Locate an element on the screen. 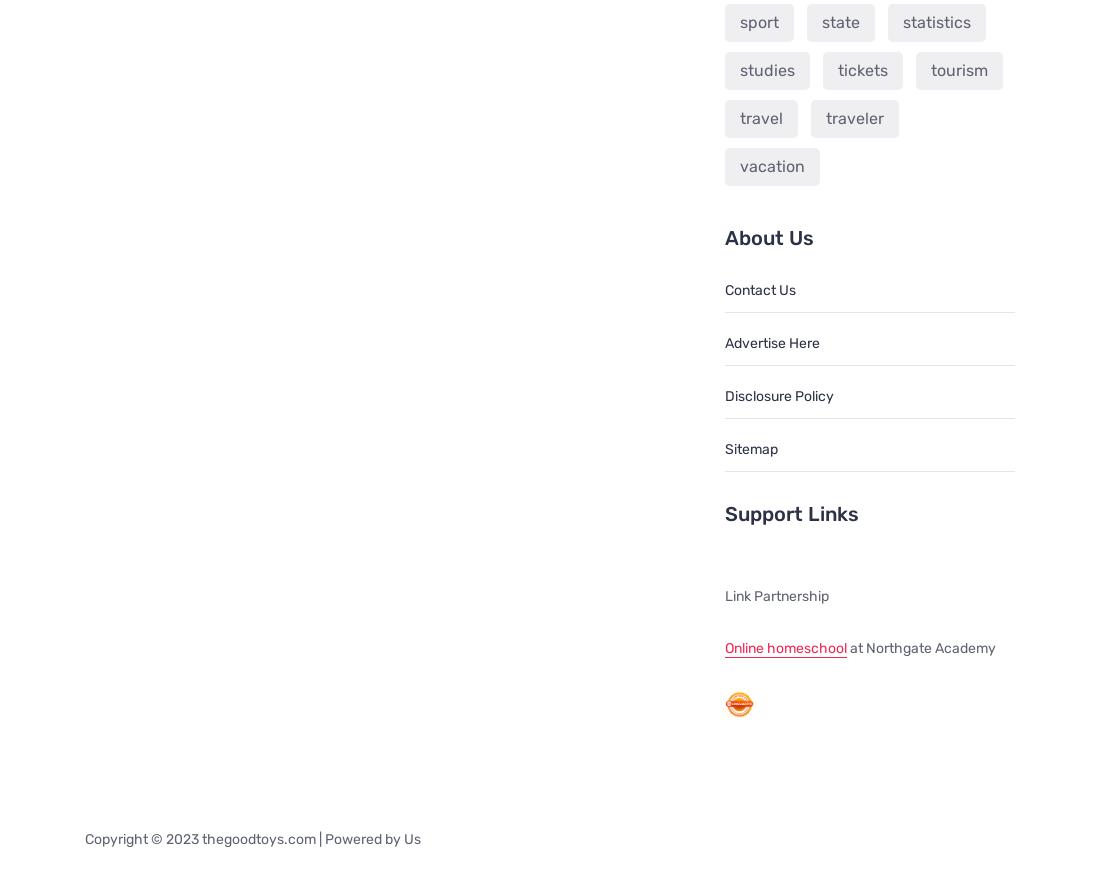 The width and height of the screenshot is (1100, 879). 'Online homeschool' is located at coordinates (784, 646).